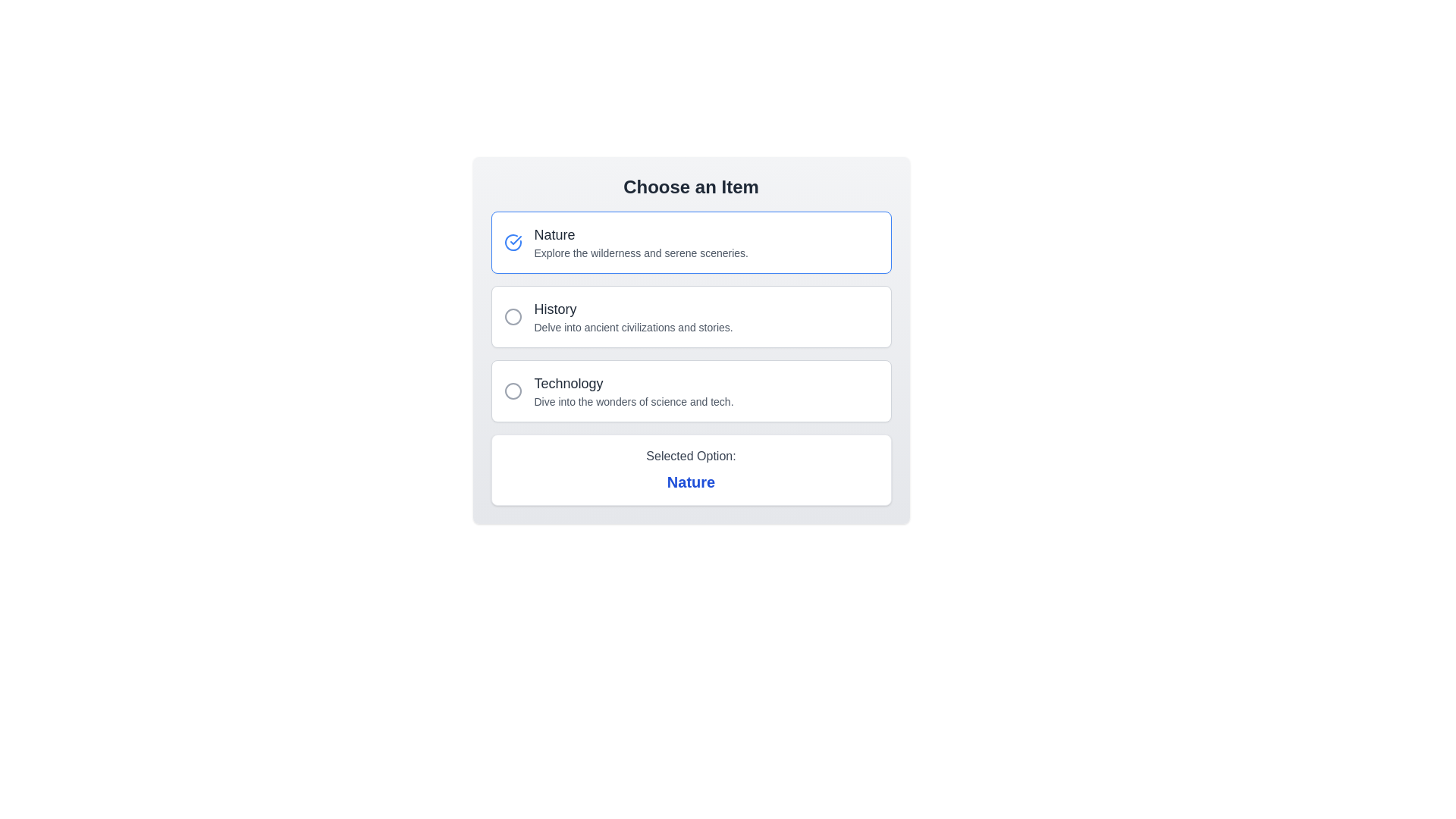 The height and width of the screenshot is (819, 1456). Describe the element at coordinates (633, 327) in the screenshot. I see `the text label displaying 'Delve into ancient civilizations and stories.' which is styled in gray and located beneath the title 'History.'` at that location.